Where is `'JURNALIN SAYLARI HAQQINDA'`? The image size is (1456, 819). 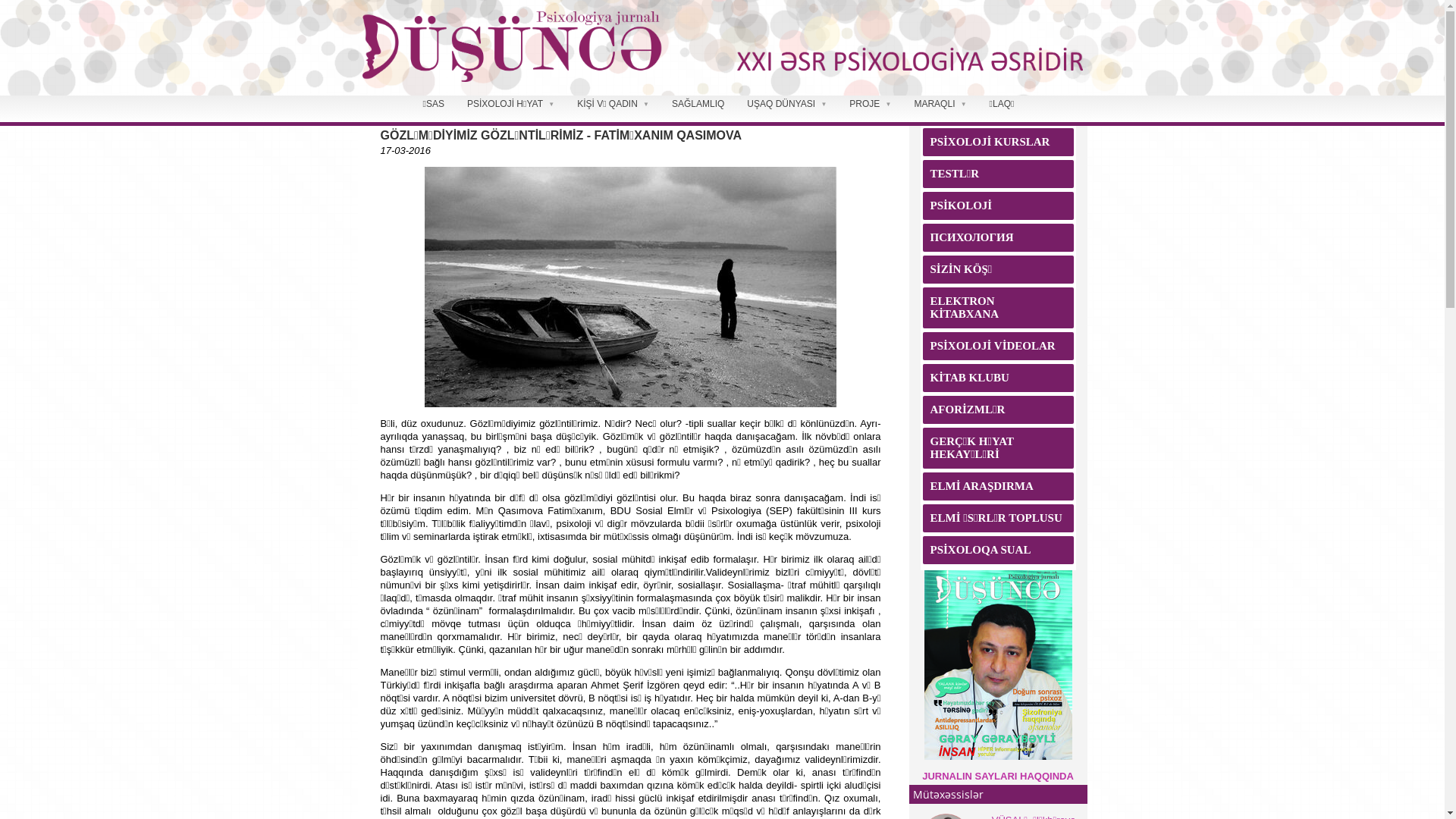
'JURNALIN SAYLARI HAQQINDA' is located at coordinates (997, 776).